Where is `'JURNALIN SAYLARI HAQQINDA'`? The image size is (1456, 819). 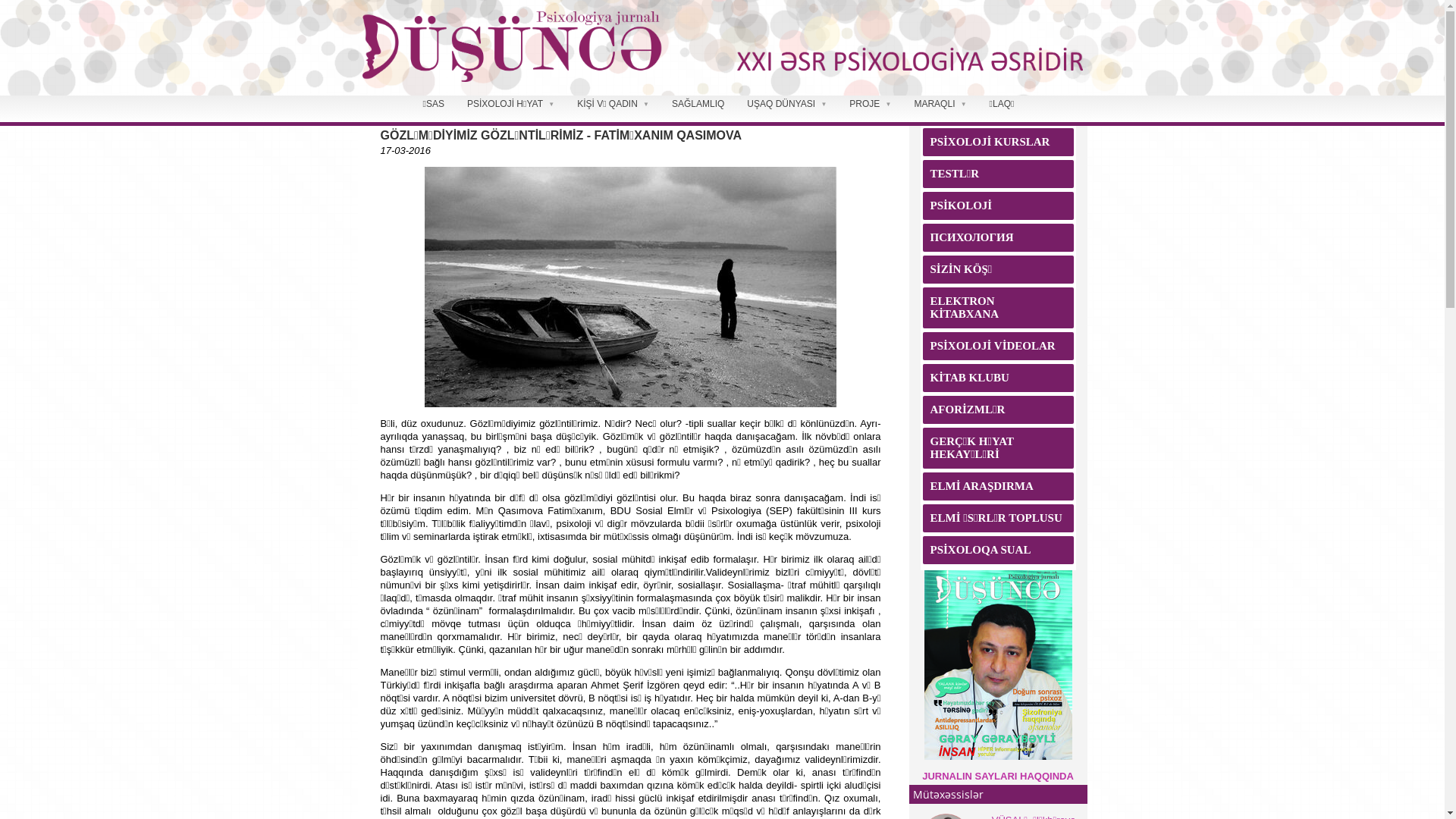
'JURNALIN SAYLARI HAQQINDA' is located at coordinates (997, 776).